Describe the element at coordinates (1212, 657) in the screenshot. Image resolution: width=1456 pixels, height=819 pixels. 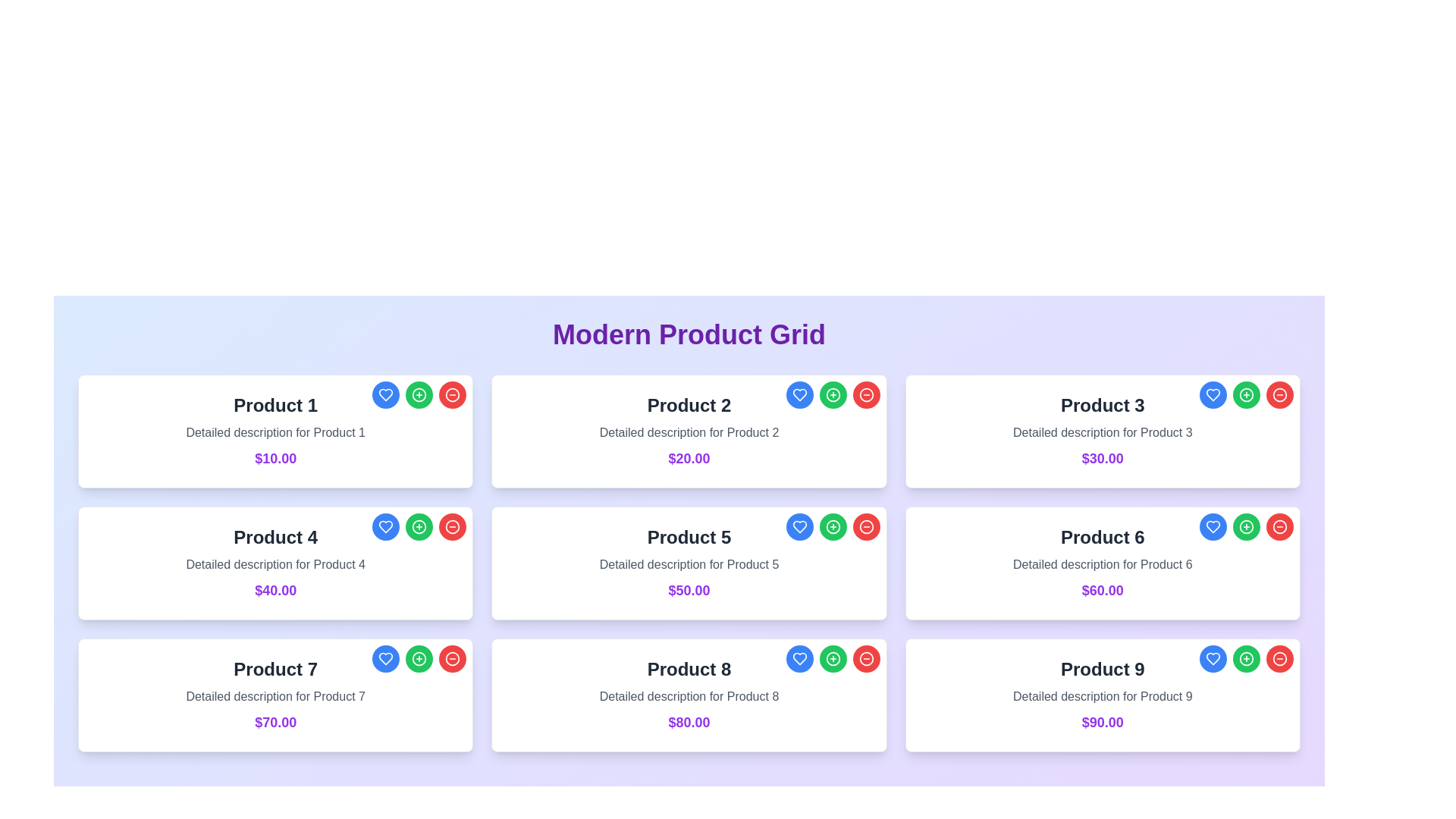
I see `the outlined heart-shaped icon button with a blue stroke located in the top-left position of the button group for Product 9 to favorite or unfavorite the item` at that location.